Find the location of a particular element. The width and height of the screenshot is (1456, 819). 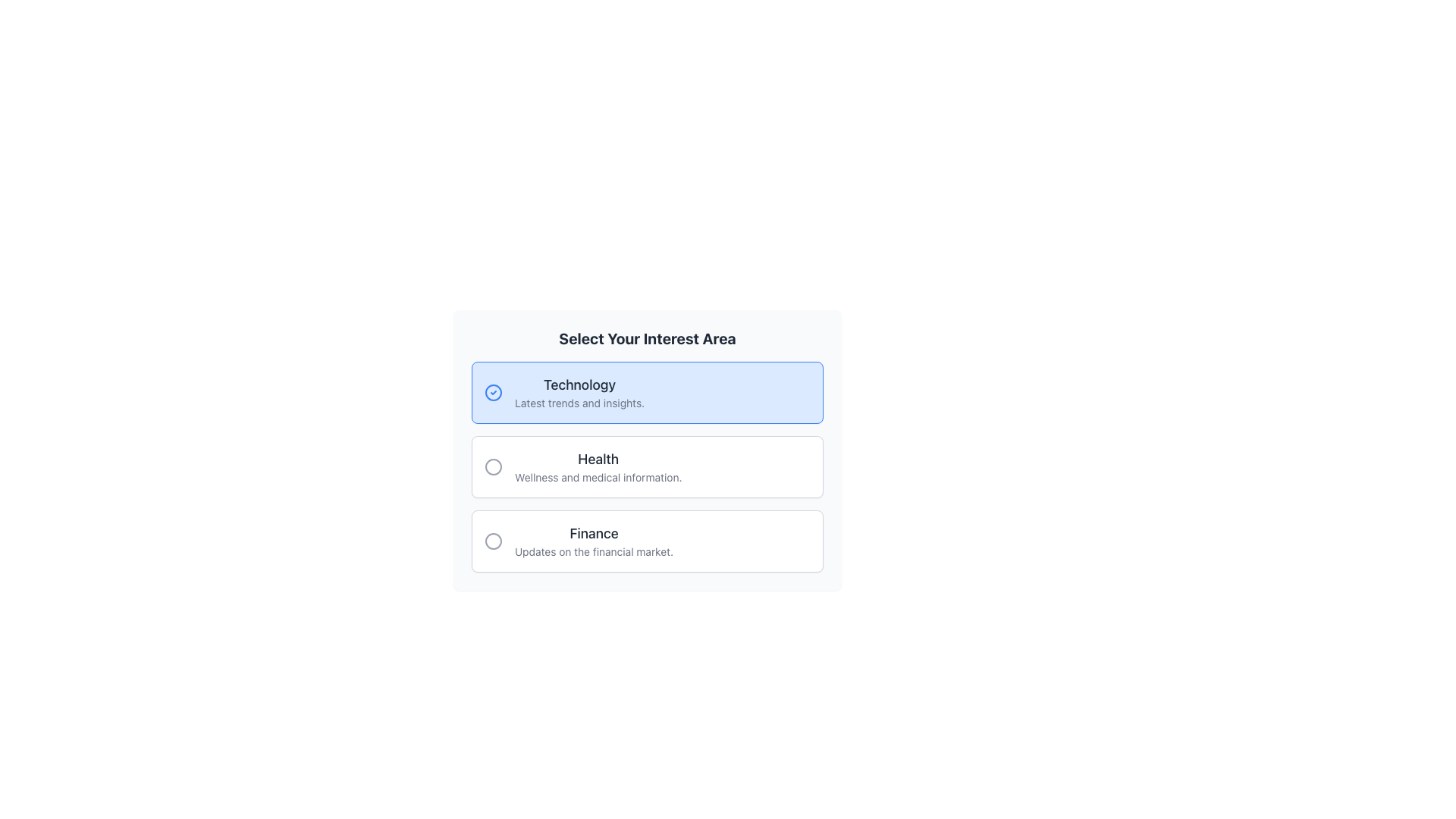

the radio button located to the left of the text 'Finance', which is a circular icon with a gray border and no internal filling is located at coordinates (499, 540).